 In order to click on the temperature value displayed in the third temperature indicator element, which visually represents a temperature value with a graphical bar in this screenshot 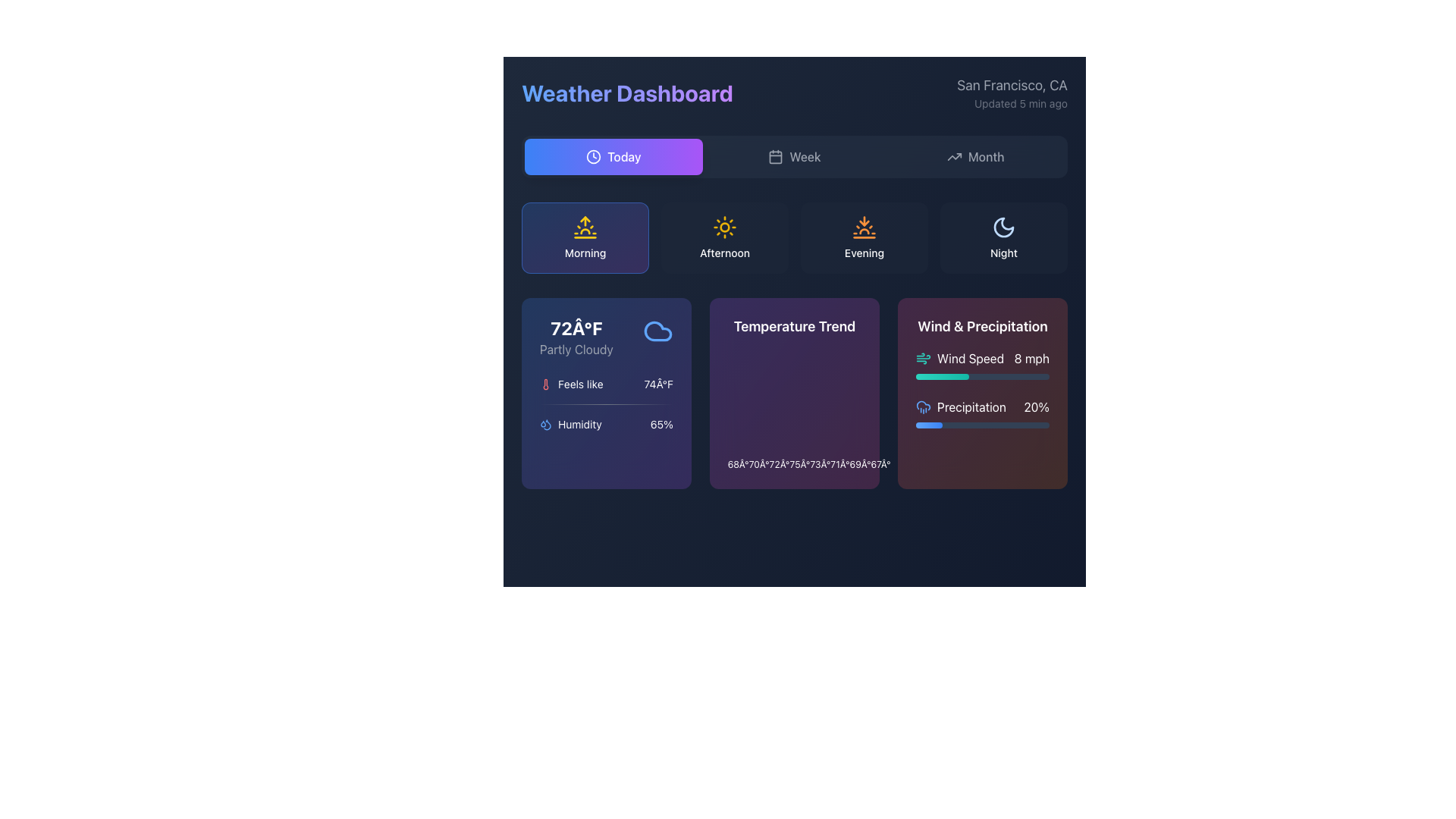, I will do `click(780, 461)`.